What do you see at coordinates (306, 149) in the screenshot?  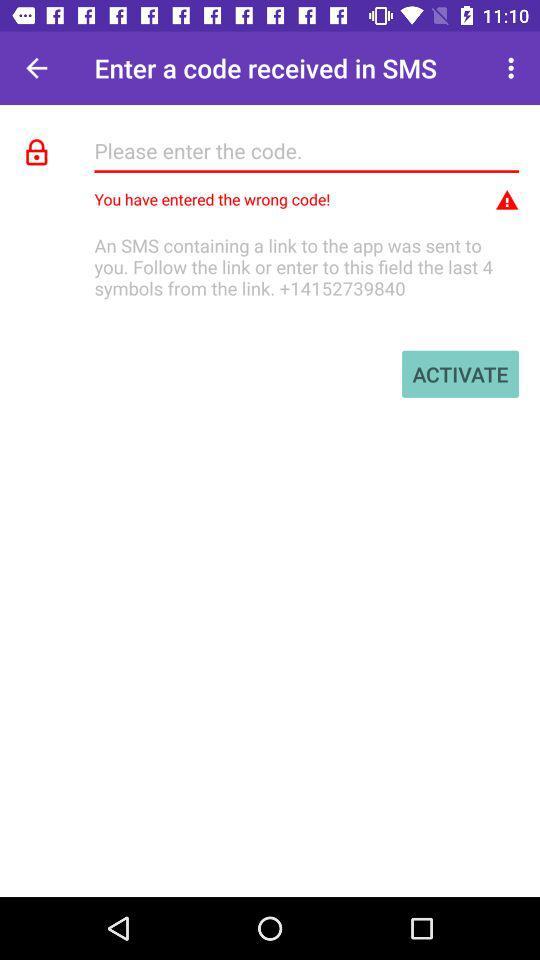 I see `type the code` at bounding box center [306, 149].